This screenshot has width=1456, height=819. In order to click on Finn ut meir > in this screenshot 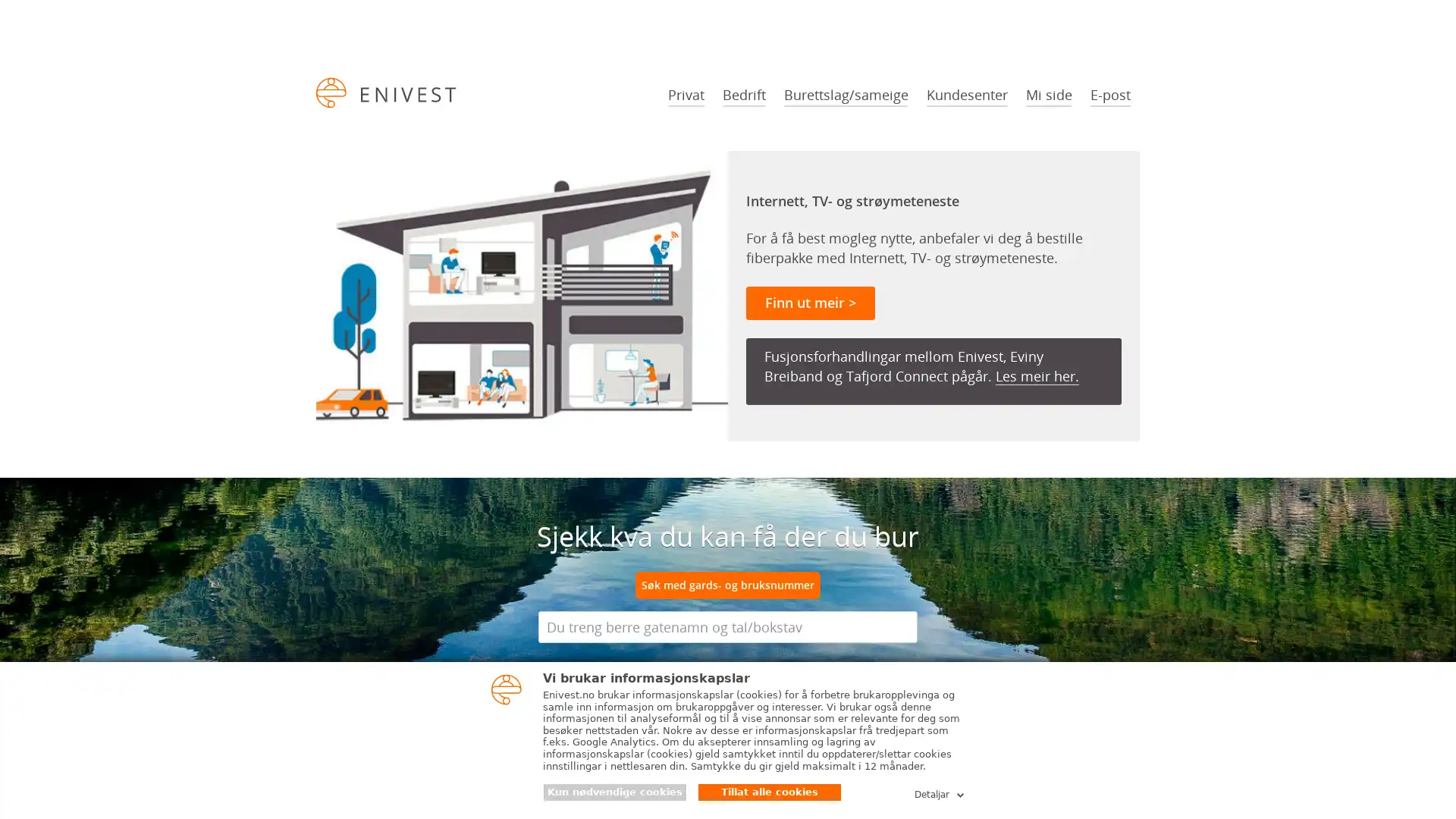, I will do `click(810, 303)`.